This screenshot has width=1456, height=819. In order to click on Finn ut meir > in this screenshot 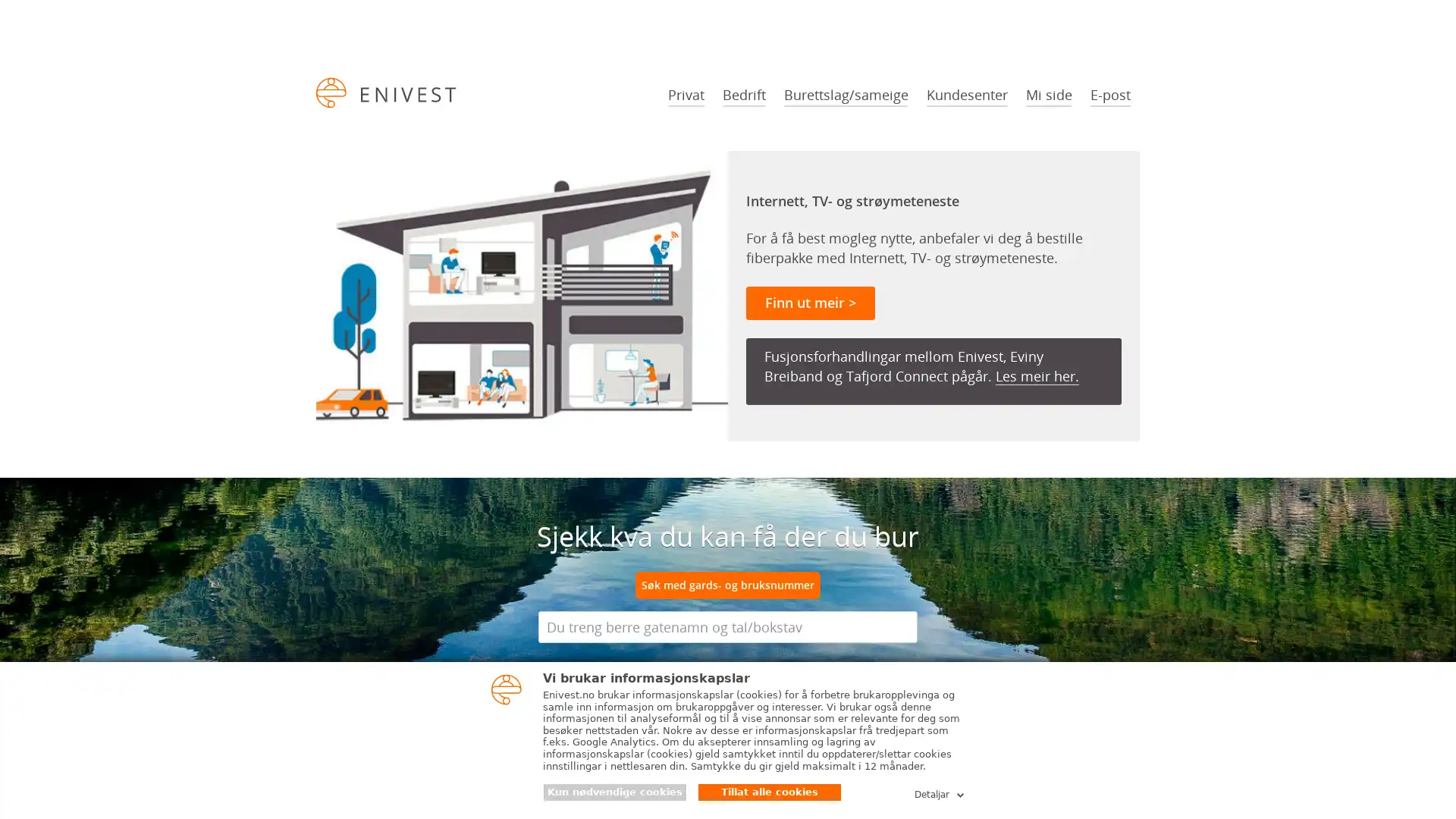, I will do `click(810, 303)`.